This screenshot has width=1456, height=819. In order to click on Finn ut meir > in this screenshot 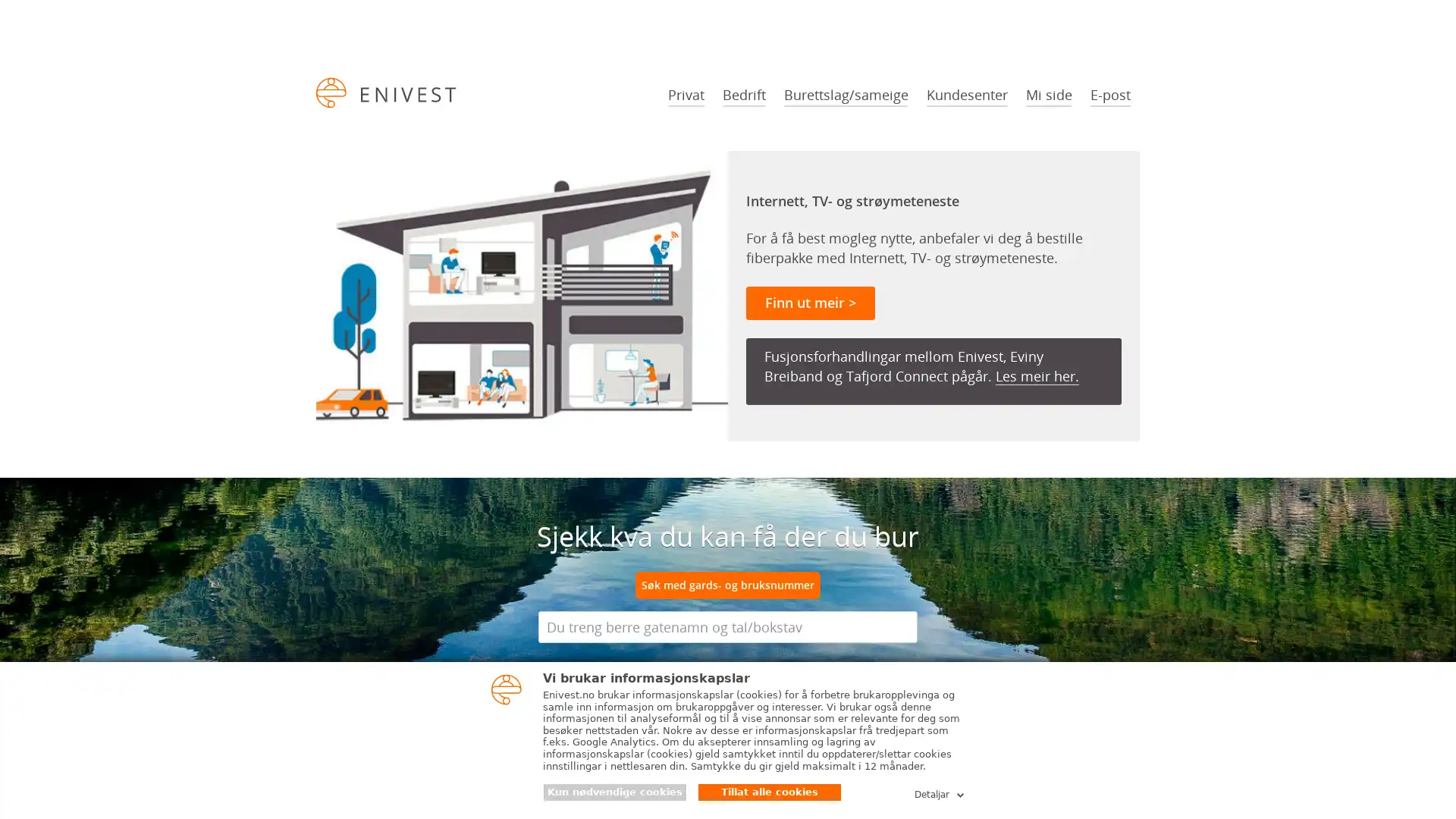, I will do `click(810, 303)`.